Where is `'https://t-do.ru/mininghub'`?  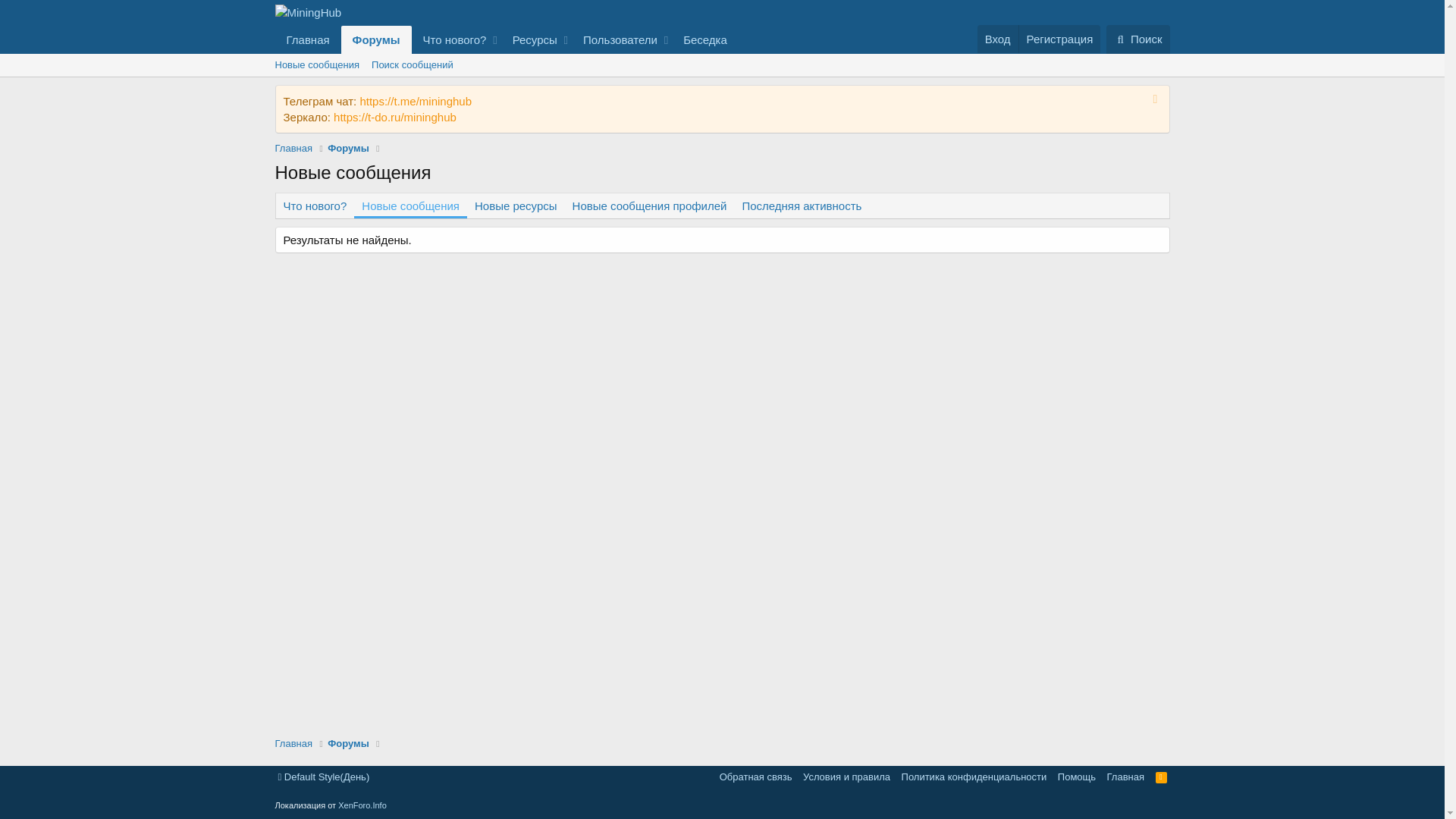 'https://t-do.ru/mininghub' is located at coordinates (333, 116).